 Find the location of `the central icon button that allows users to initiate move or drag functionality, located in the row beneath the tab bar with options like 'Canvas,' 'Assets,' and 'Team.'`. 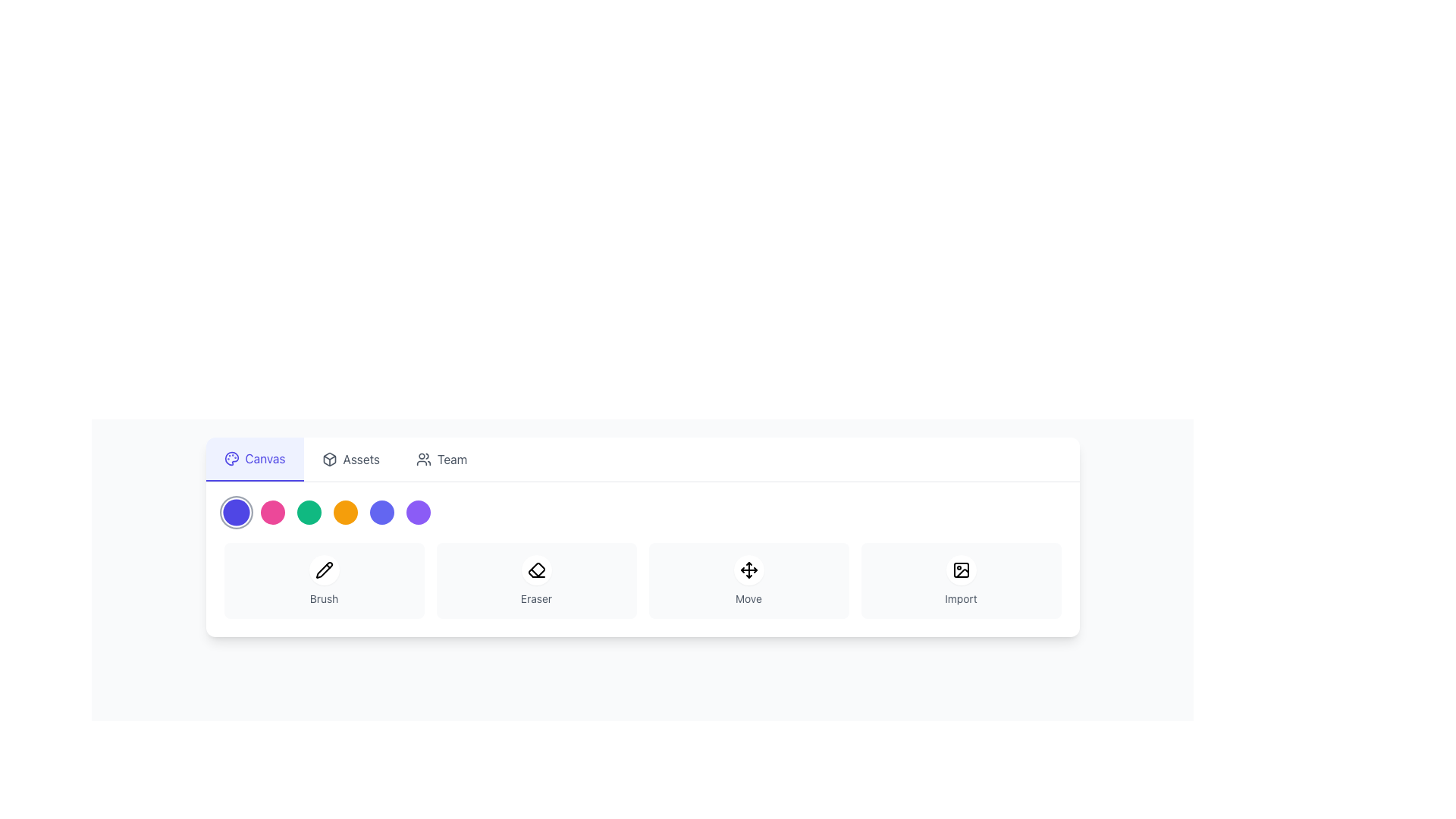

the central icon button that allows users to initiate move or drag functionality, located in the row beneath the tab bar with options like 'Canvas,' 'Assets,' and 'Team.' is located at coordinates (748, 570).